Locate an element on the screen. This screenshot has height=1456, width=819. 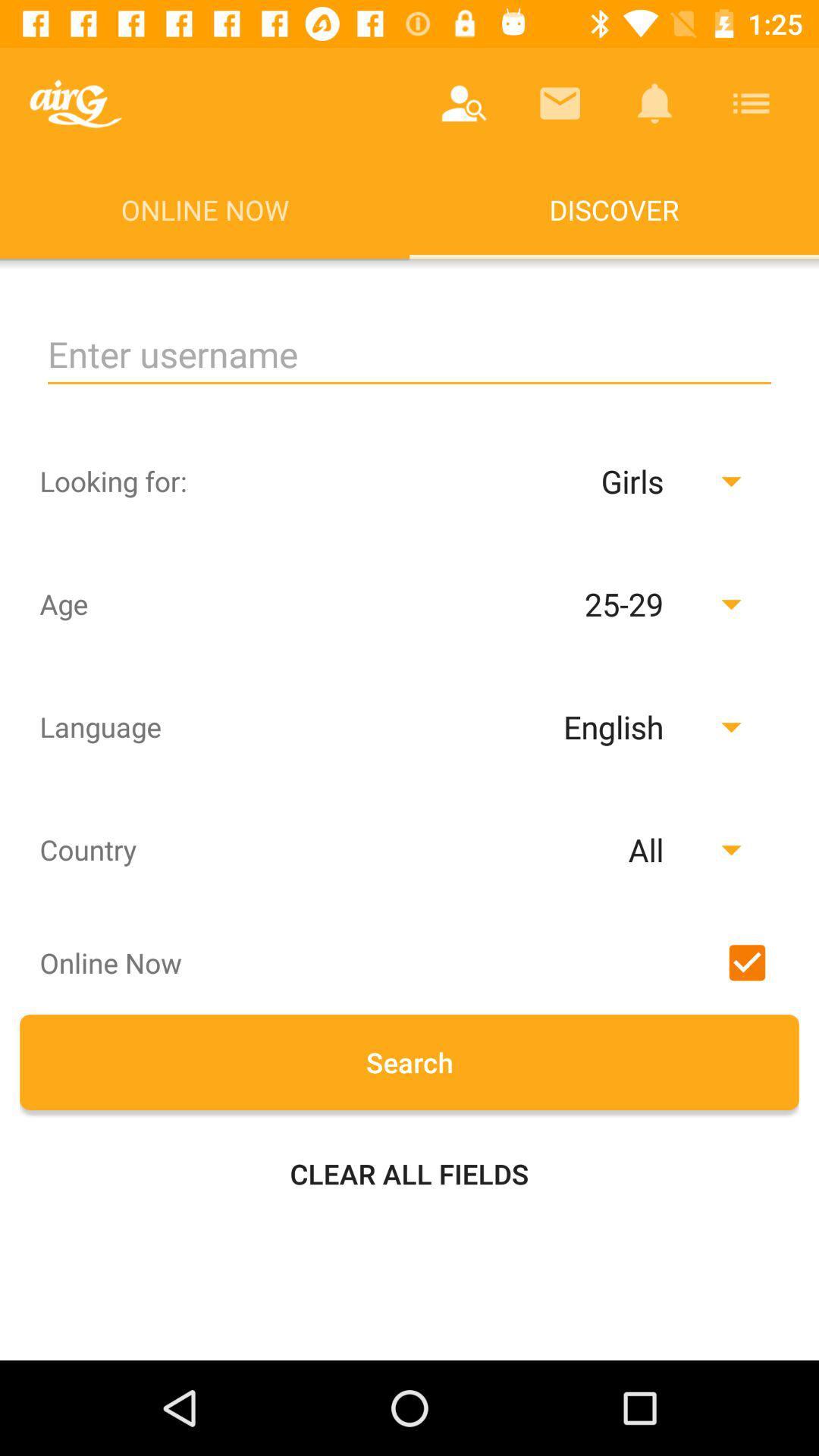
check box is located at coordinates (746, 962).